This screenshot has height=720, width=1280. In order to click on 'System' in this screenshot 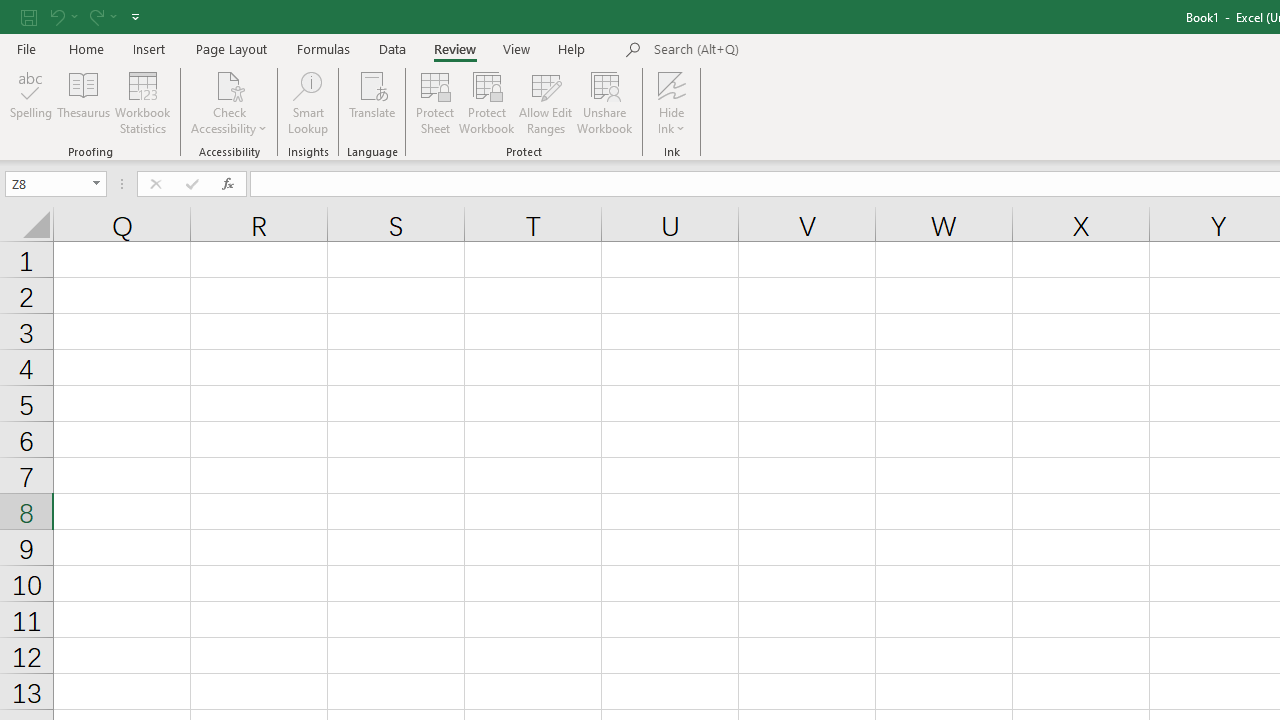, I will do `click(10, 11)`.